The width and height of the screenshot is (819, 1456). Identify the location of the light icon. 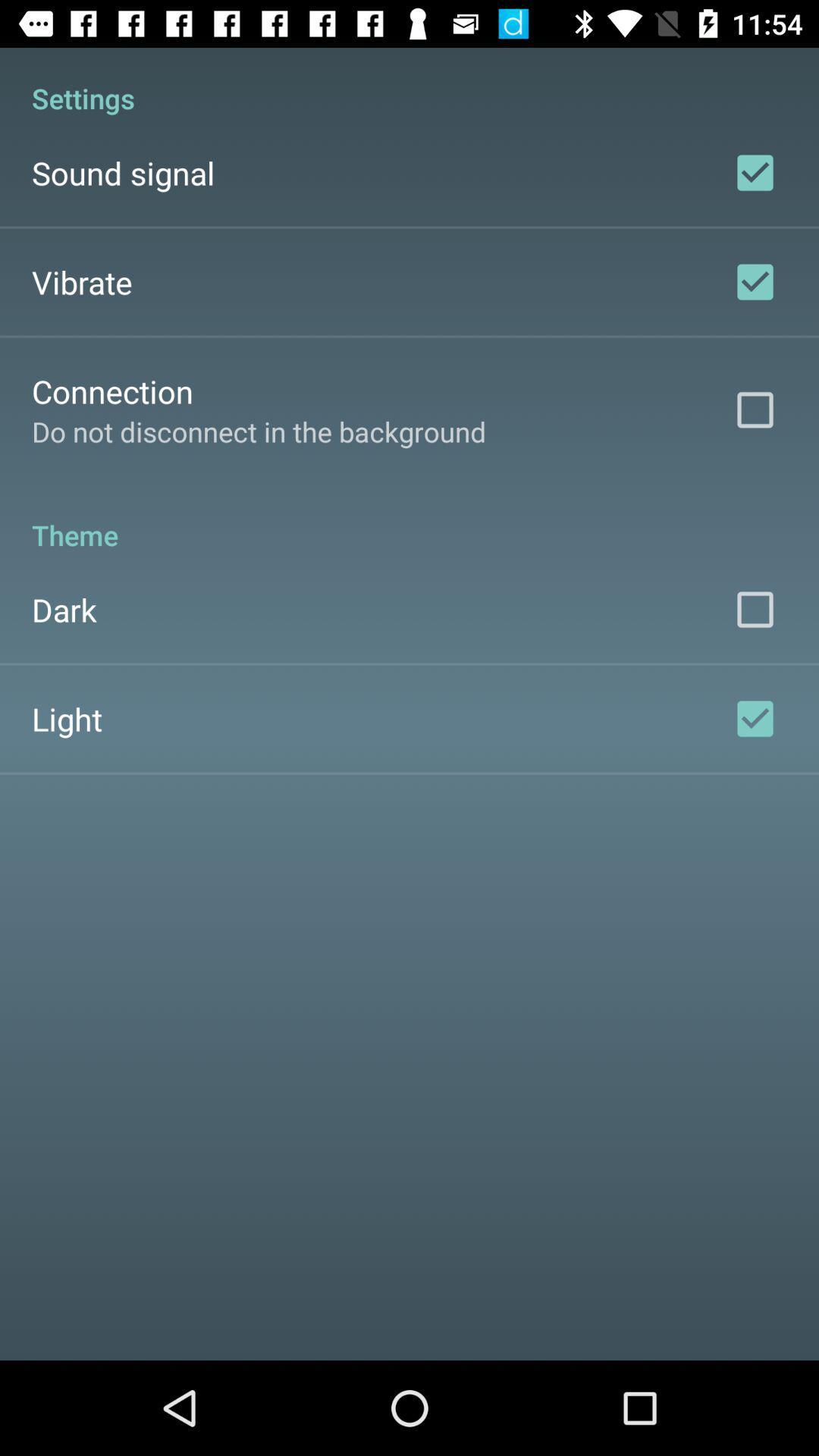
(66, 717).